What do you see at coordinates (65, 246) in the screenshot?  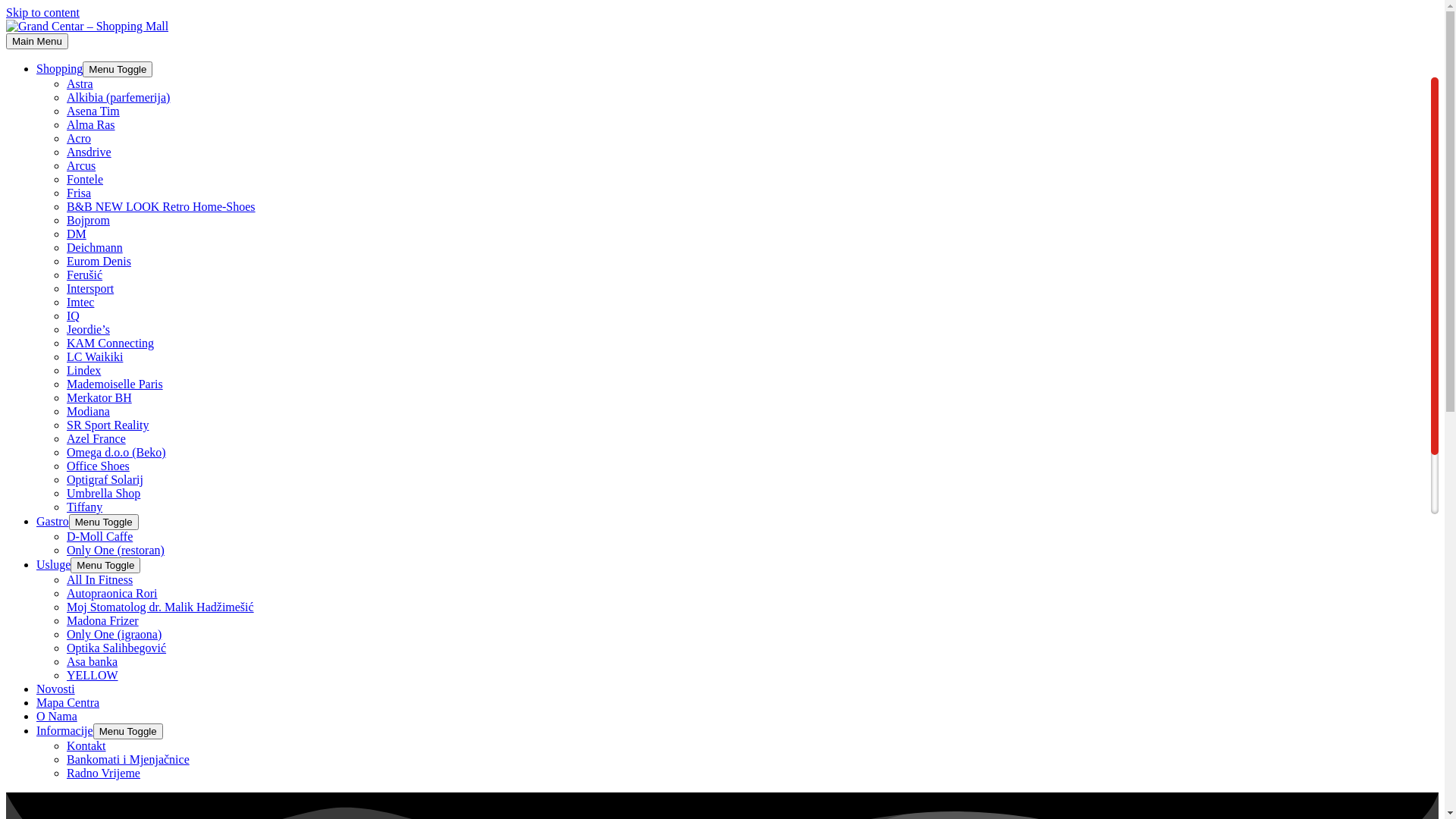 I see `'Deichmann'` at bounding box center [65, 246].